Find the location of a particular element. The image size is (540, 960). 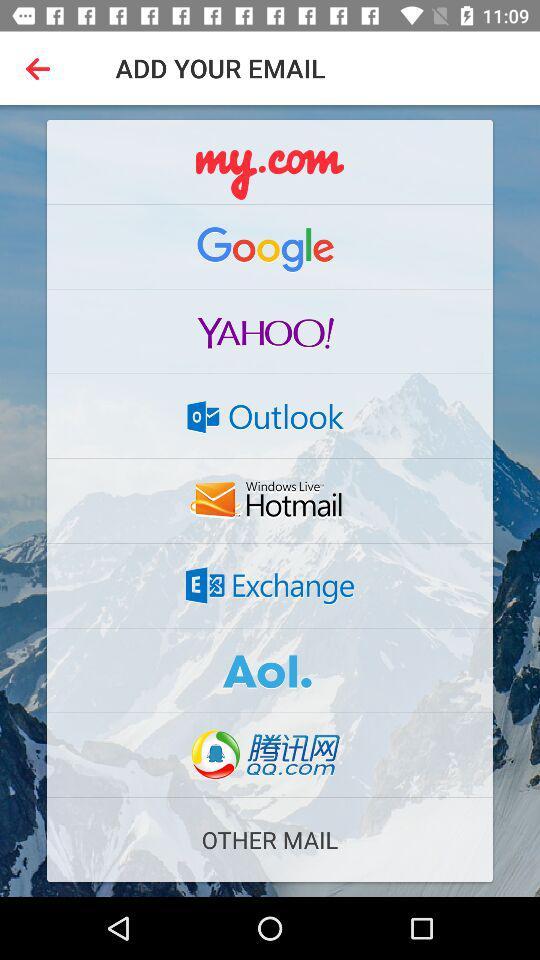

e exchange is located at coordinates (270, 585).